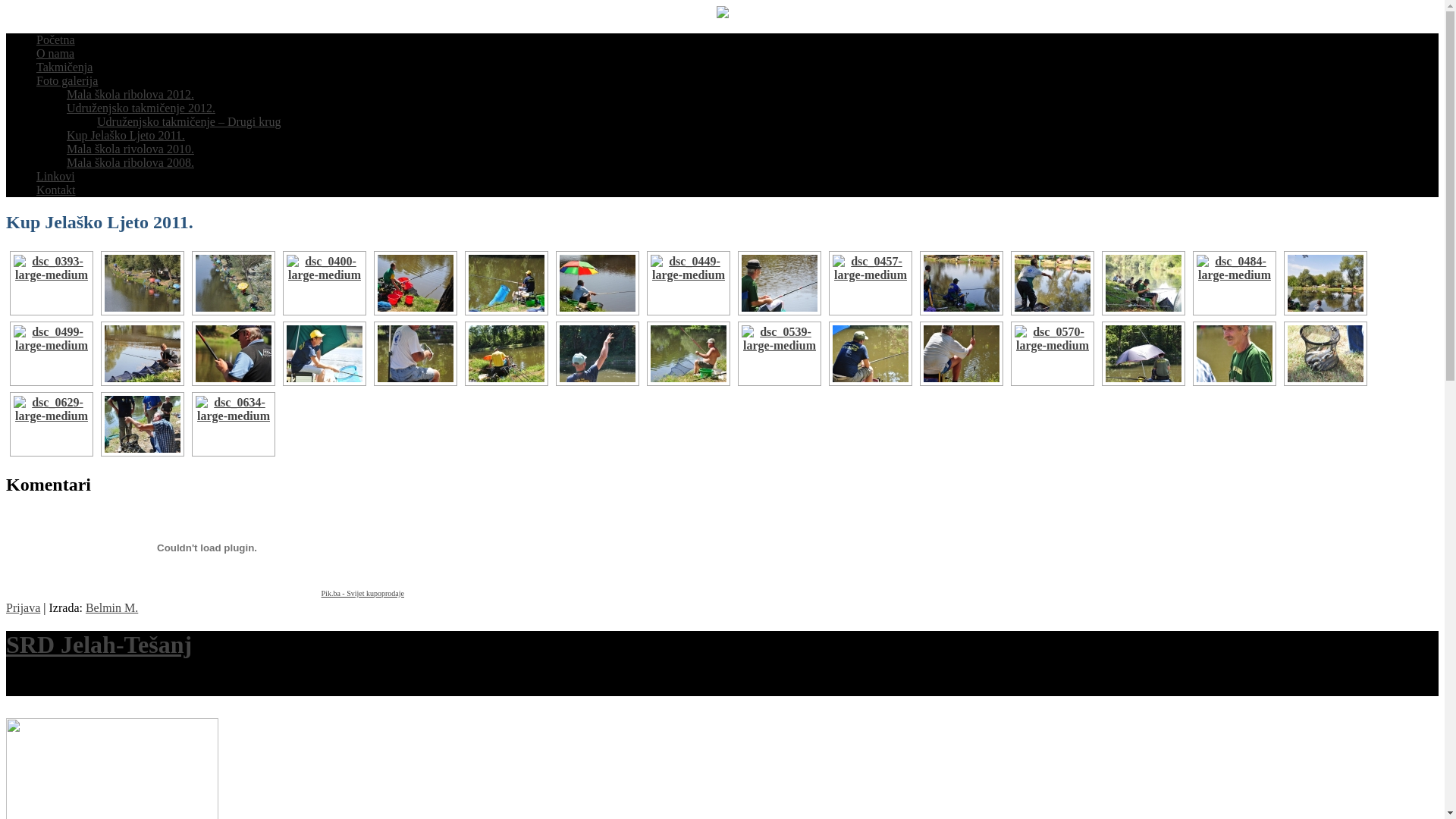 The height and width of the screenshot is (819, 1456). I want to click on 'Pik.ba - Svijet kupoprodaje', so click(362, 592).